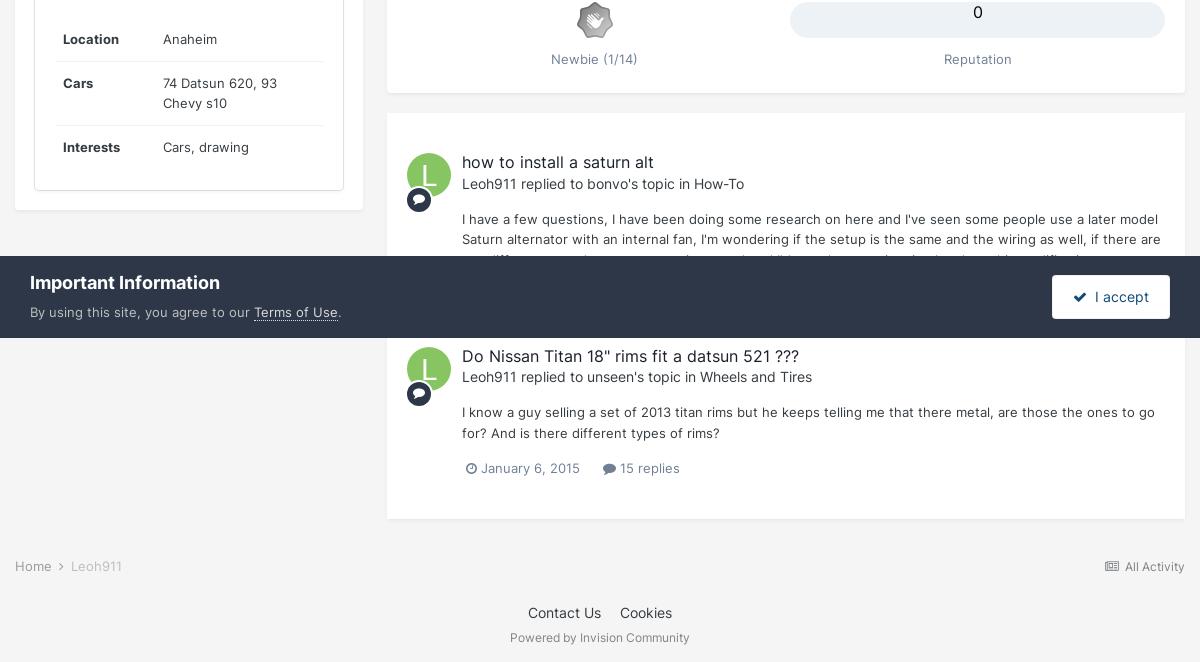  I want to click on '74 Datsun 620, 93 Chevy s10', so click(218, 92).